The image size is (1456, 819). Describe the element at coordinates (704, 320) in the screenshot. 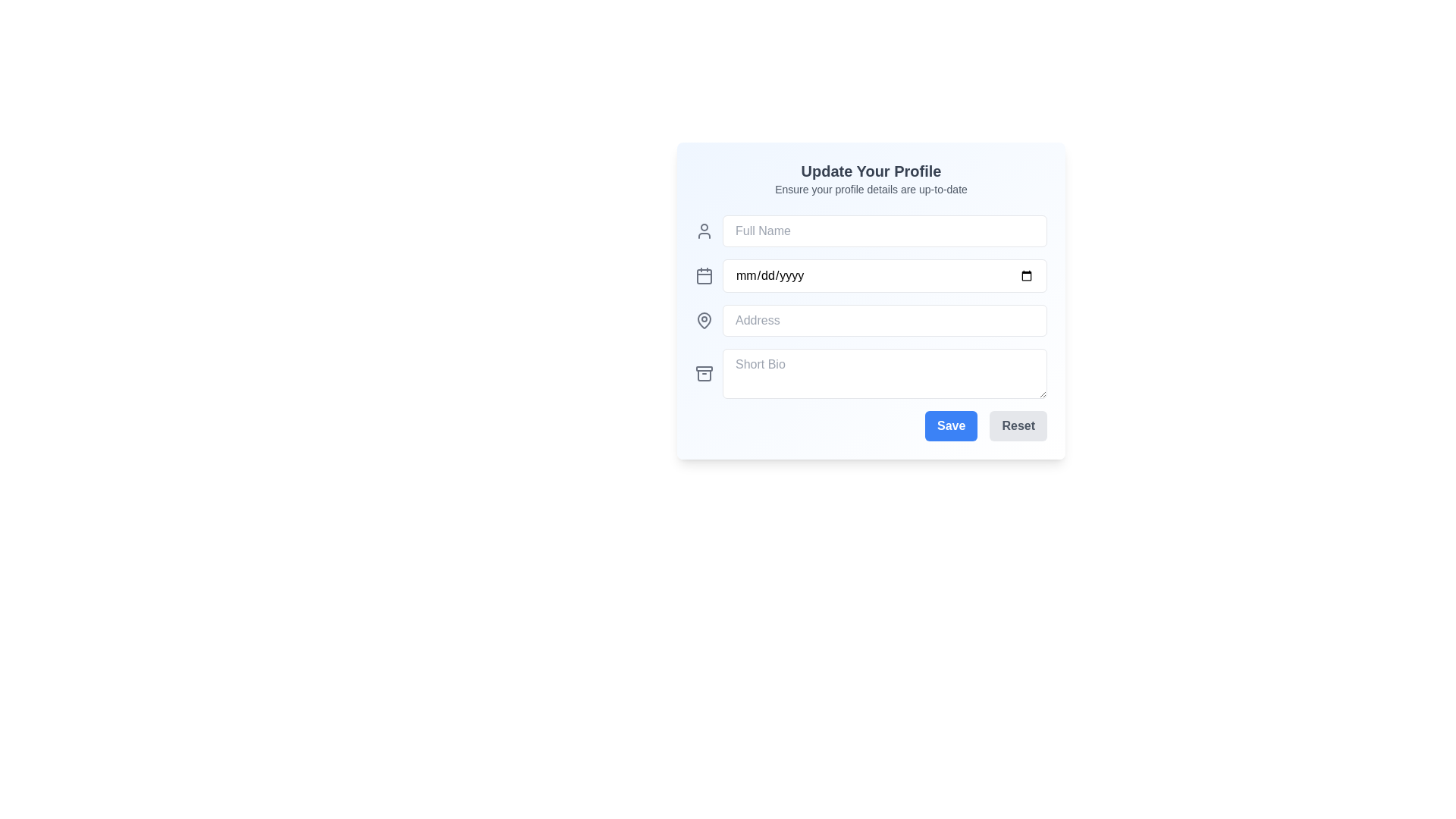

I see `the address icon located on the left side of the 'Address' input field in the profile update form` at that location.